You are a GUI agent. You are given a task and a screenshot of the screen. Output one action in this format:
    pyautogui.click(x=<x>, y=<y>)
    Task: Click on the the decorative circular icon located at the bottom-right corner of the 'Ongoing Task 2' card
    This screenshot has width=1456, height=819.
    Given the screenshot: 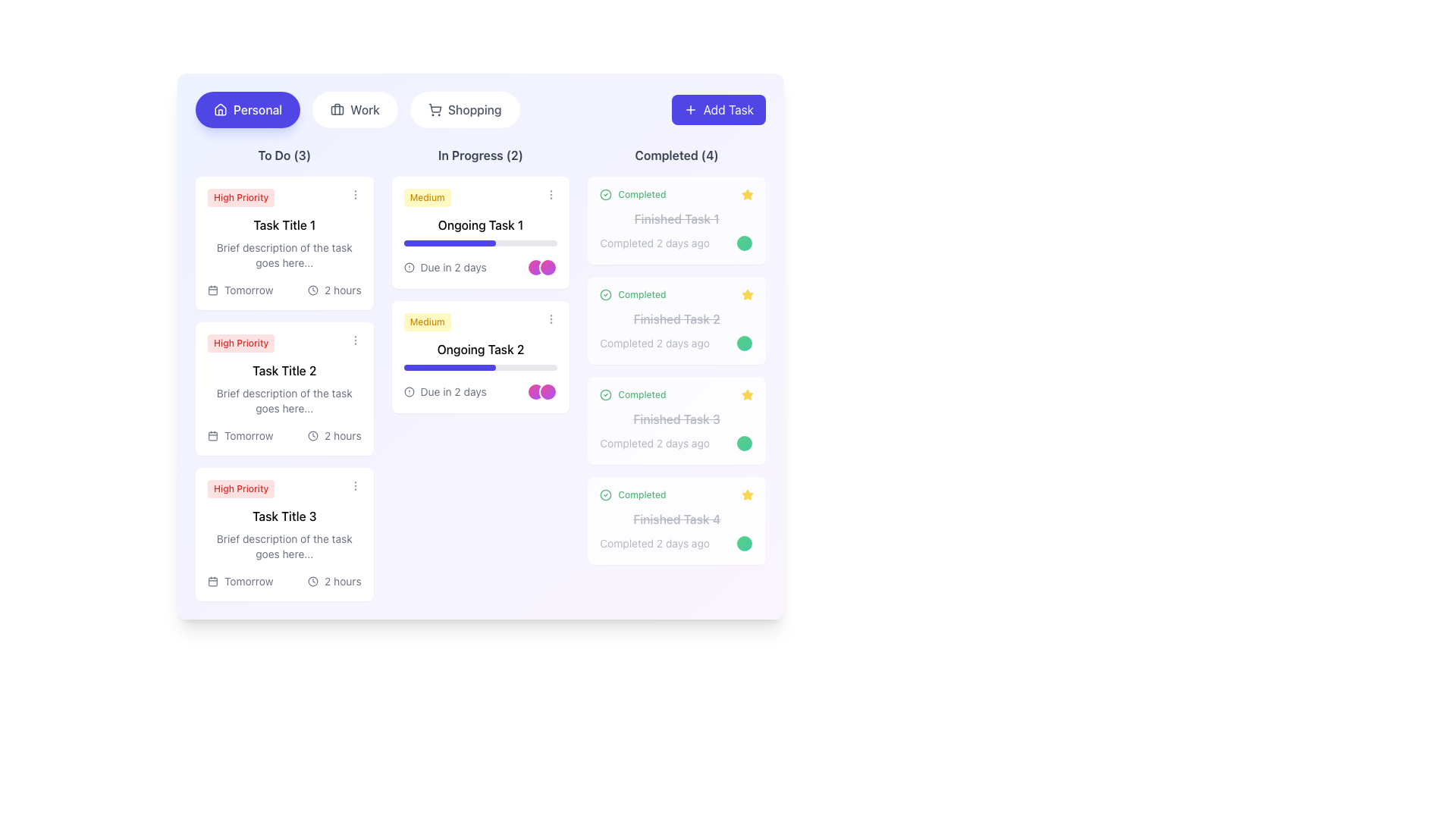 What is the action you would take?
    pyautogui.click(x=548, y=391)
    